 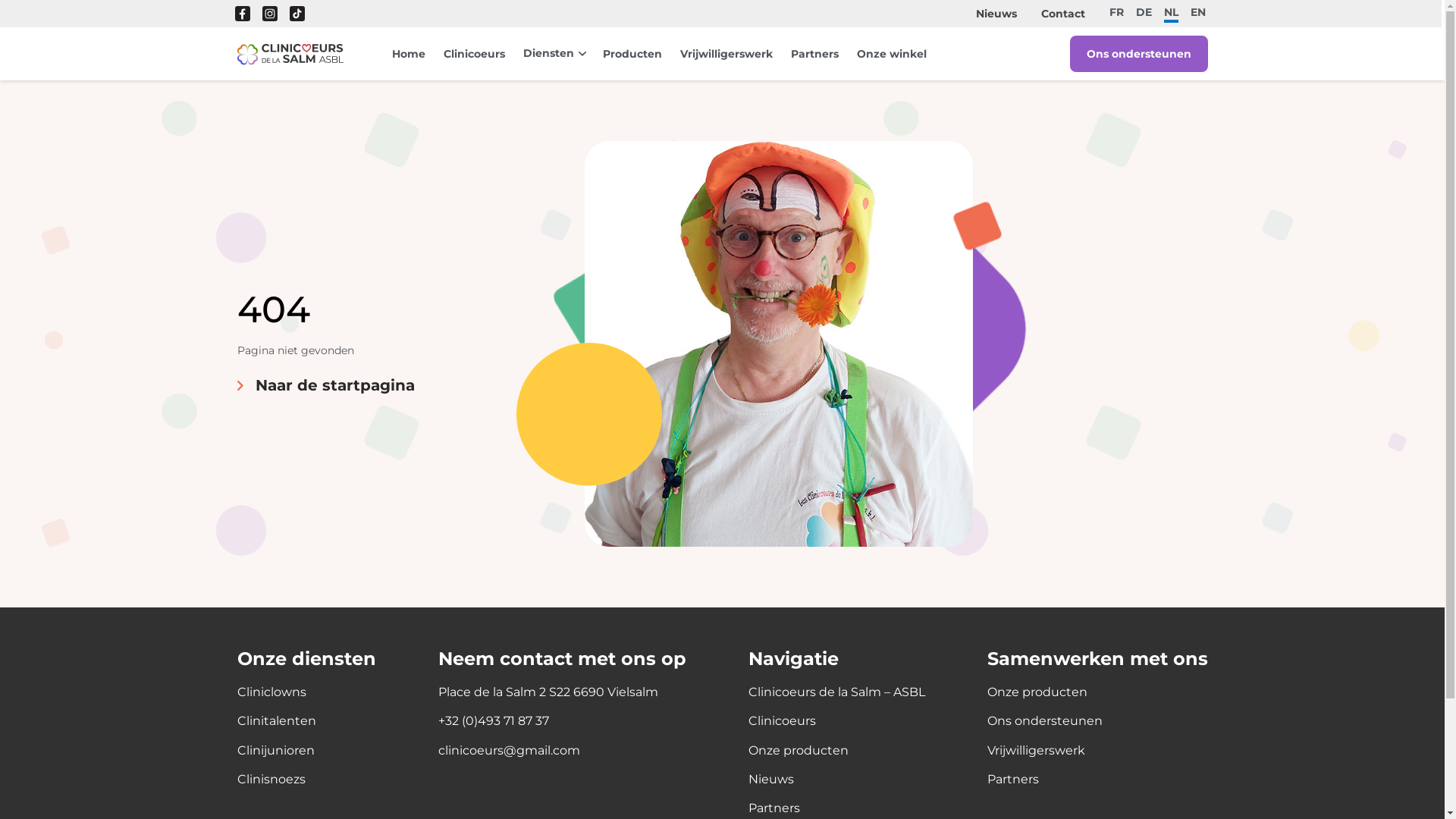 I want to click on '+32 (0)493 71 87 37', so click(x=494, y=720).